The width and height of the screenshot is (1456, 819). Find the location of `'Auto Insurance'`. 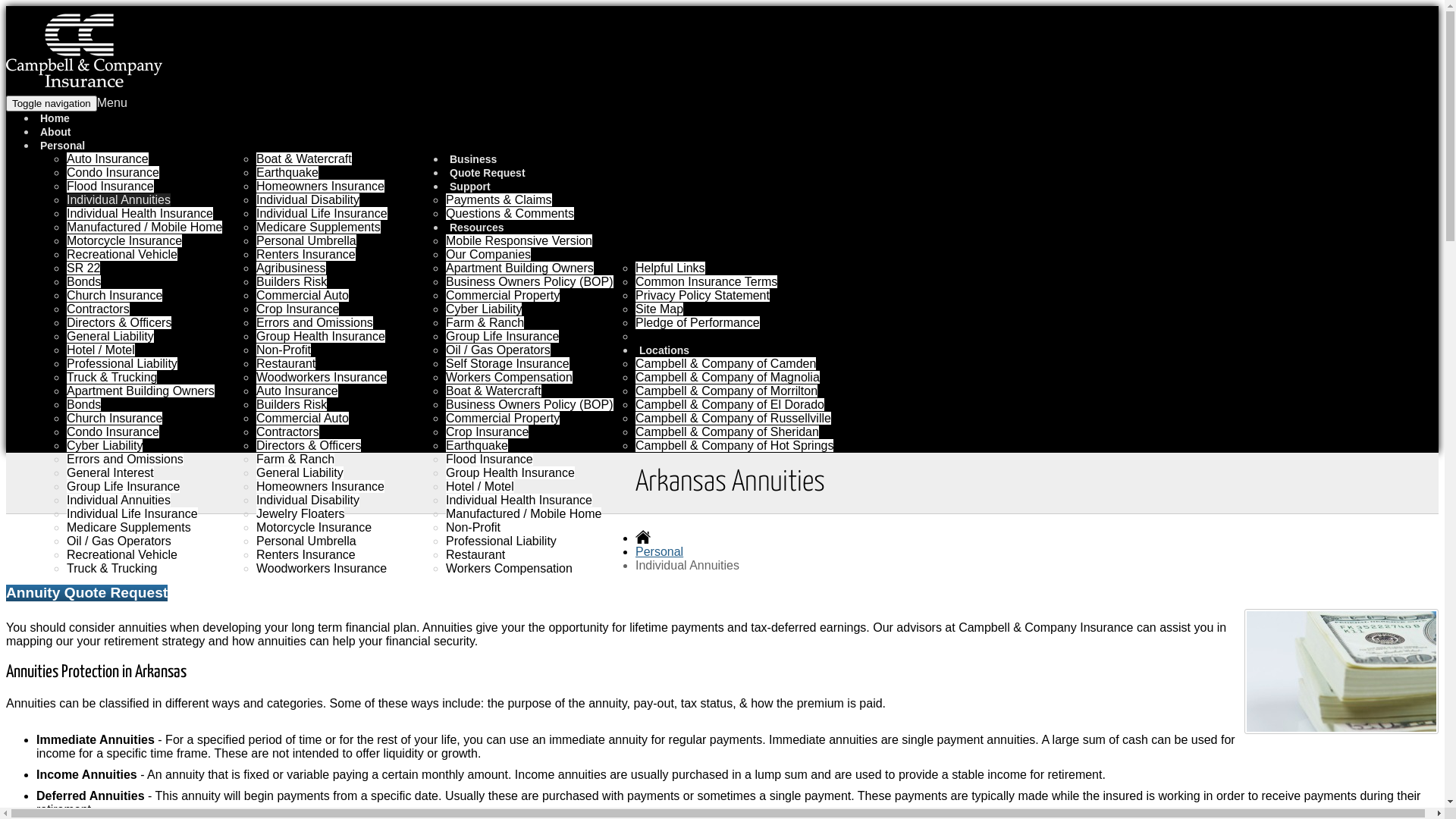

'Auto Insurance' is located at coordinates (297, 390).